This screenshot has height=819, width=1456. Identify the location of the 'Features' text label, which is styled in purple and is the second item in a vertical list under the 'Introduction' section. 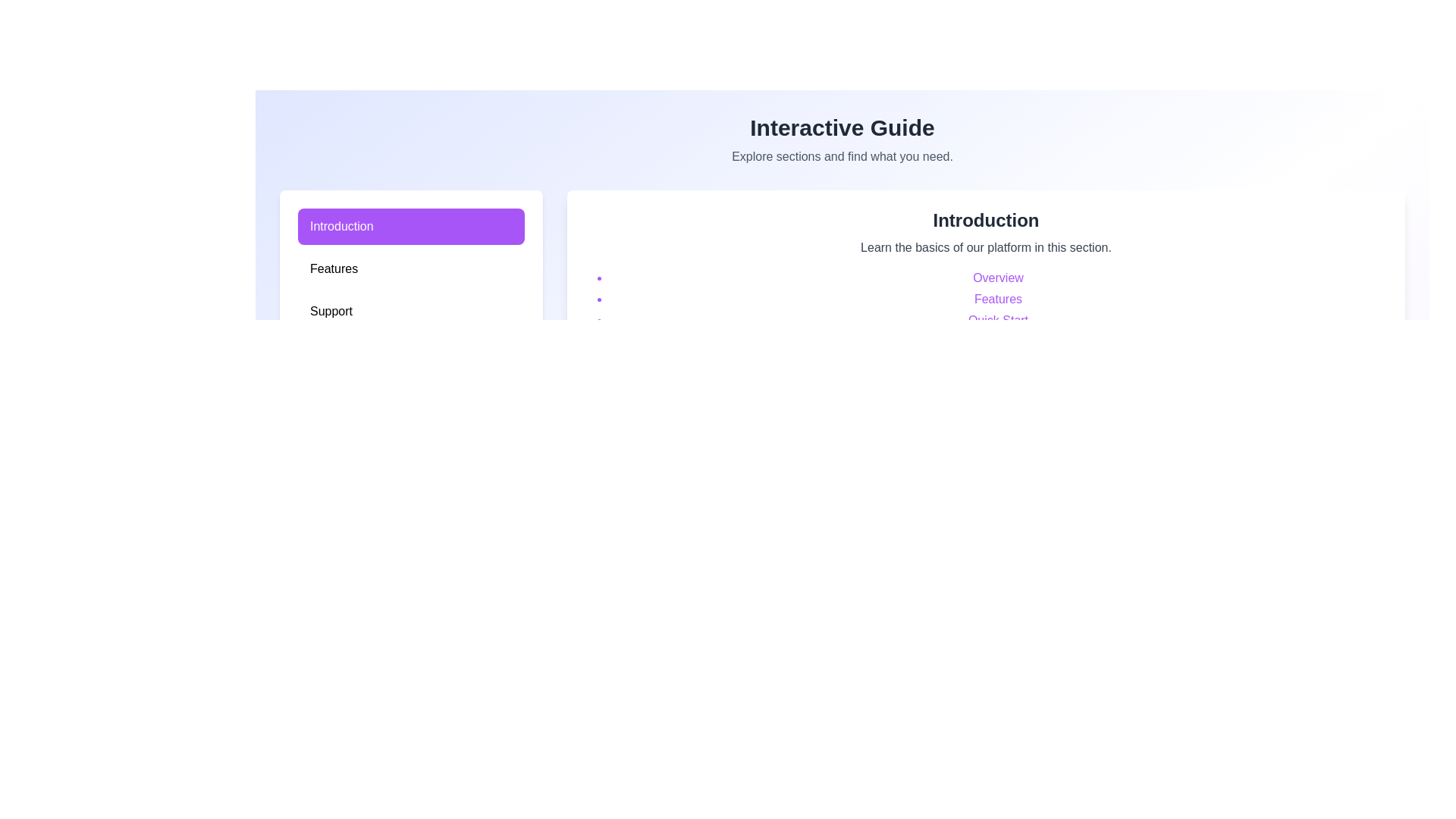
(998, 299).